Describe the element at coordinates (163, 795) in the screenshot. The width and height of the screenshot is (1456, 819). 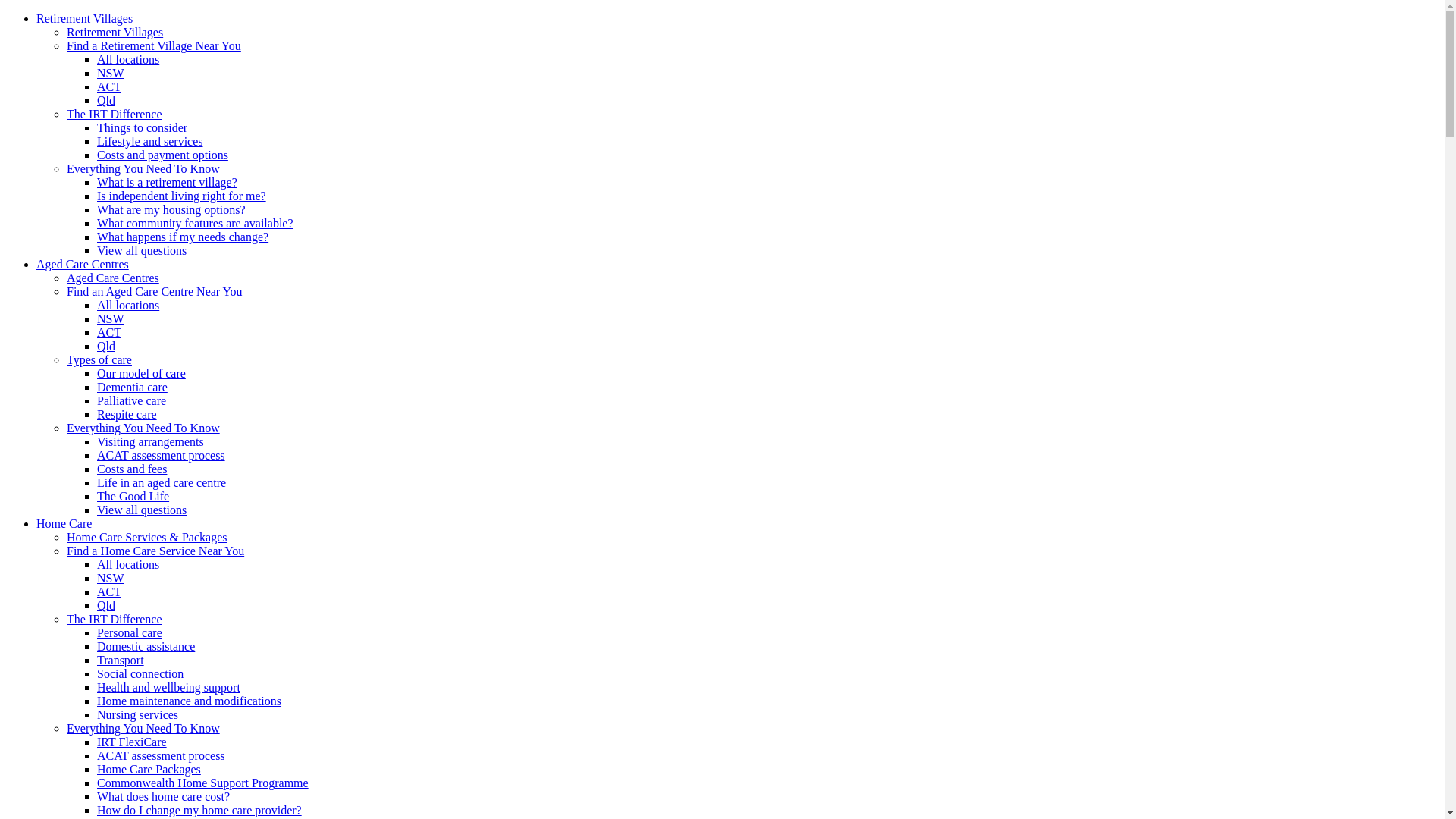
I see `'What does home care cost?'` at that location.